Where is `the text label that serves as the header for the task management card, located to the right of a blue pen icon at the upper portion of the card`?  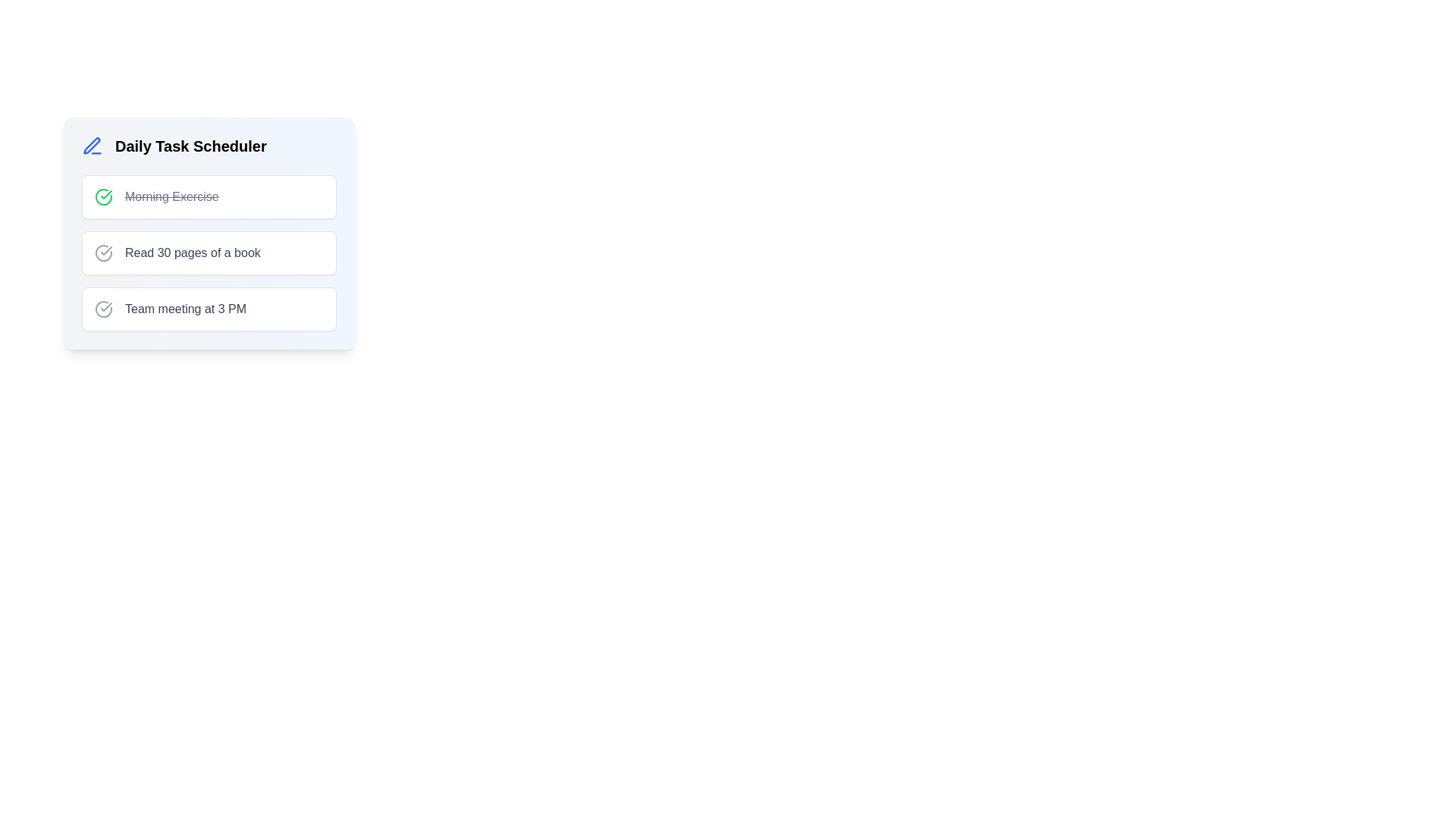 the text label that serves as the header for the task management card, located to the right of a blue pen icon at the upper portion of the card is located at coordinates (190, 146).